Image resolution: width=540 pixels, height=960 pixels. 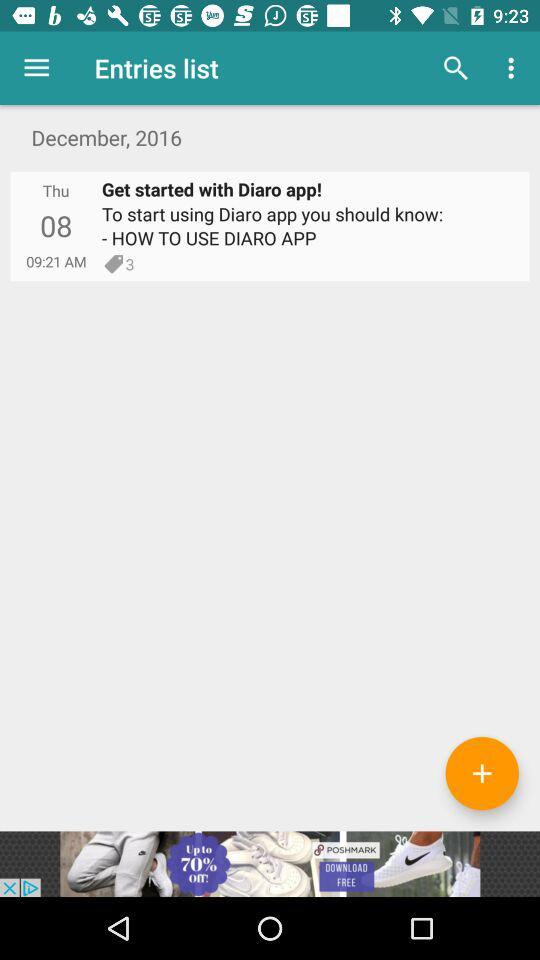 I want to click on more button, so click(x=481, y=772).